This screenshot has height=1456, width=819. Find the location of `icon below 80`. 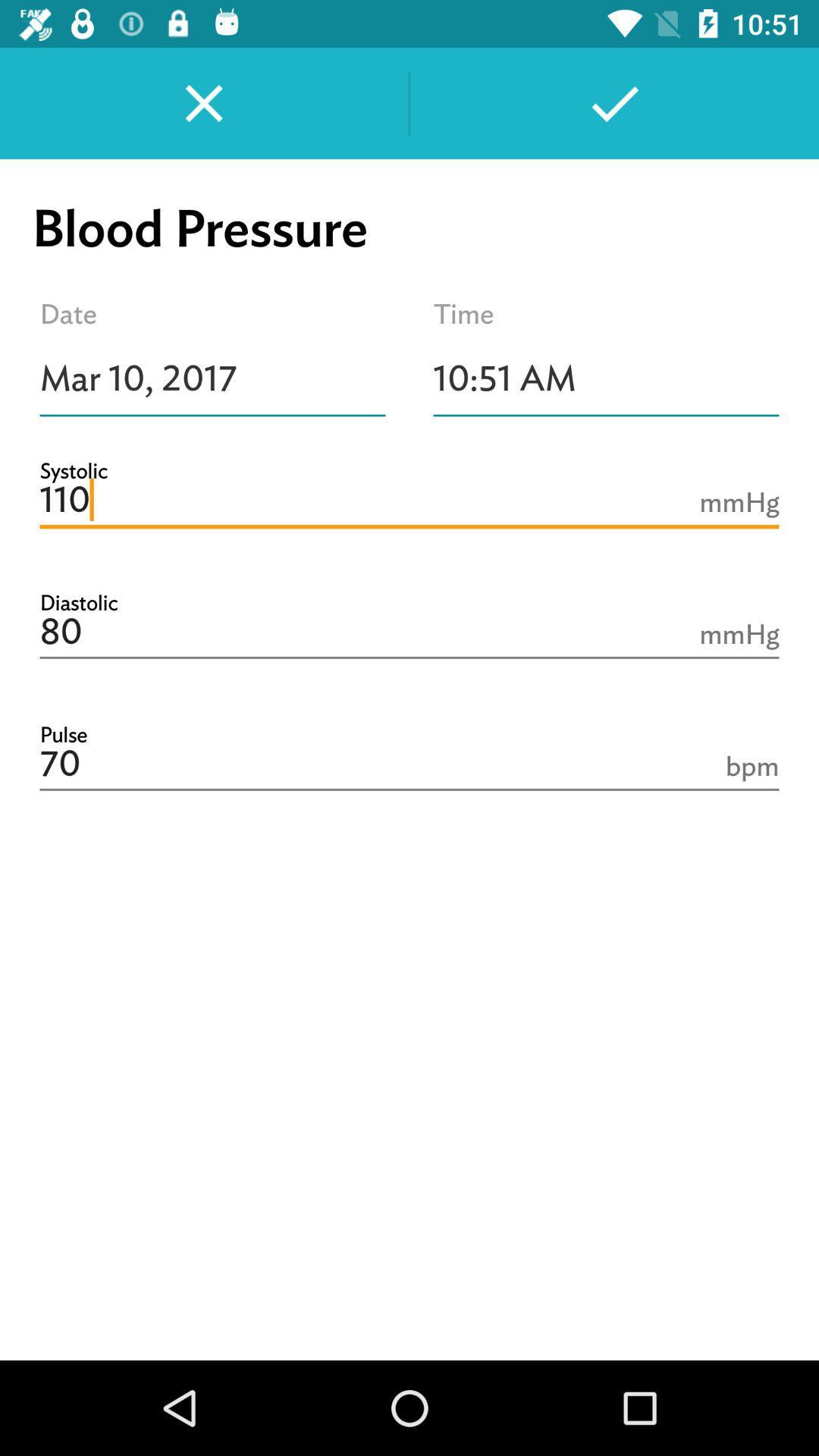

icon below 80 is located at coordinates (409, 764).